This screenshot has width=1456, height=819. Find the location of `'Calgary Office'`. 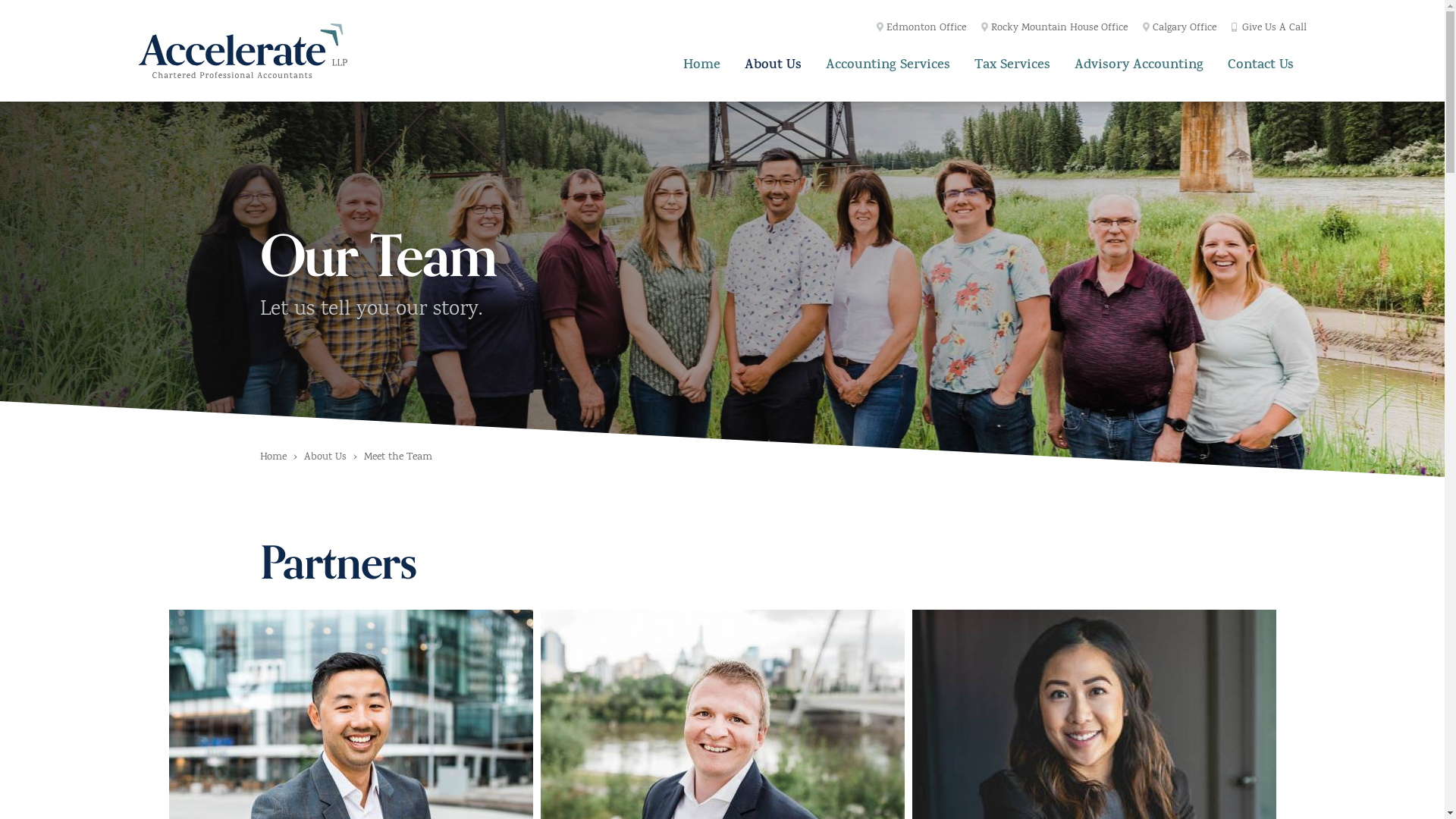

'Calgary Office' is located at coordinates (1178, 29).